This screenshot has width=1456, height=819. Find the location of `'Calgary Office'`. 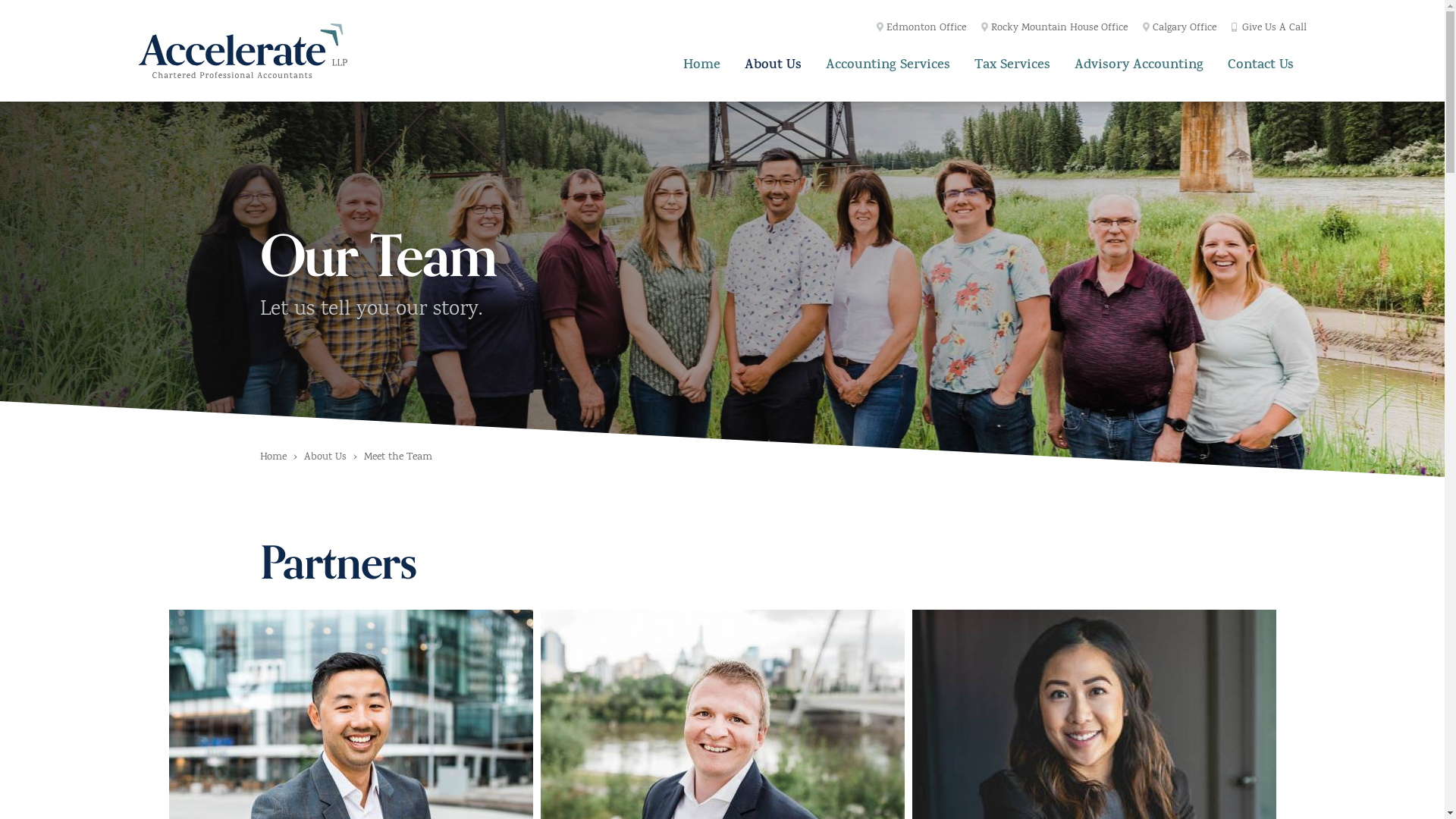

'Calgary Office' is located at coordinates (1178, 29).